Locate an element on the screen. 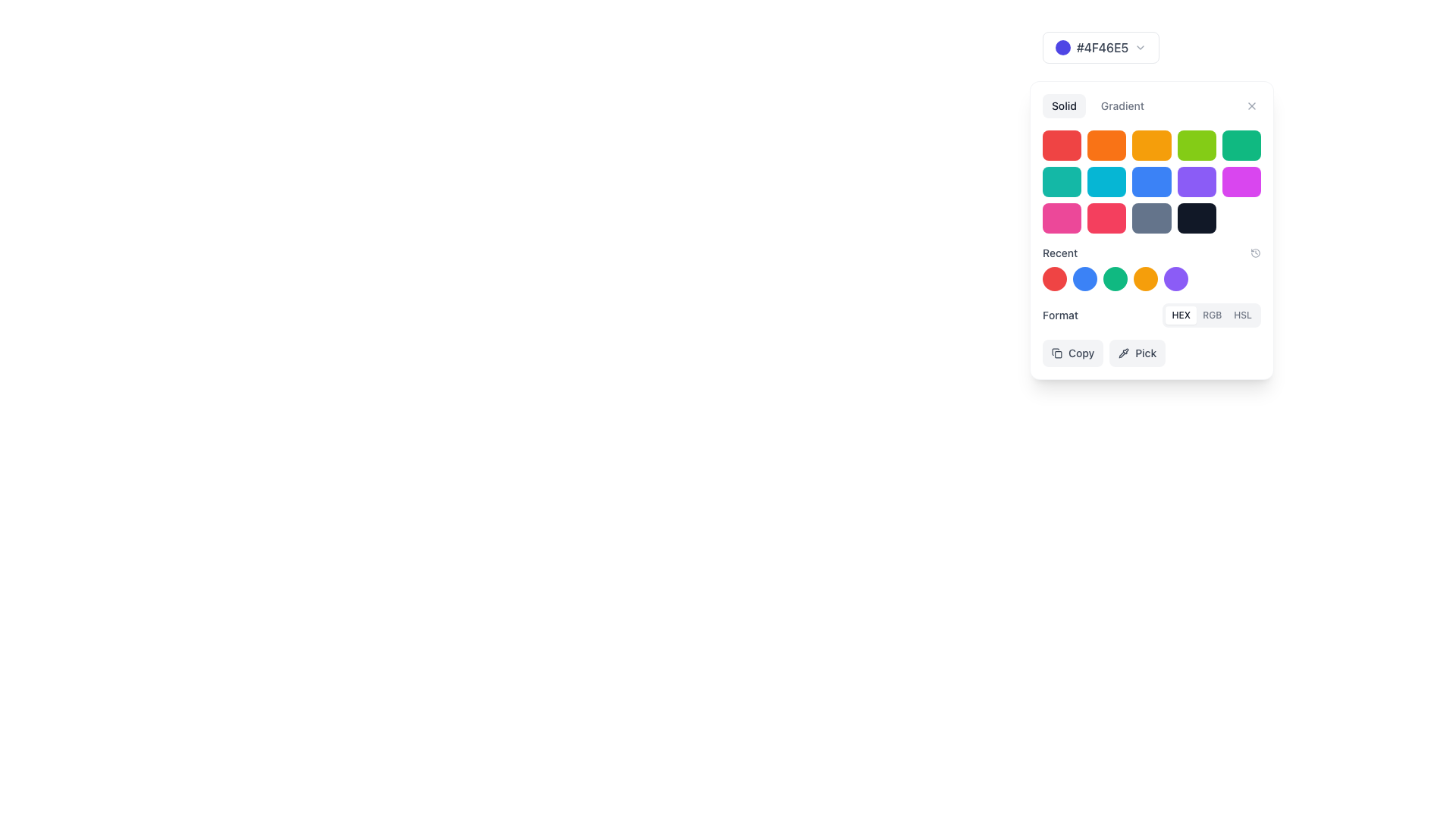 The width and height of the screenshot is (1456, 819). the rectangular purple button with rounded corners located in the second row and fourth column of the grid for accessibility navigation is located at coordinates (1196, 180).